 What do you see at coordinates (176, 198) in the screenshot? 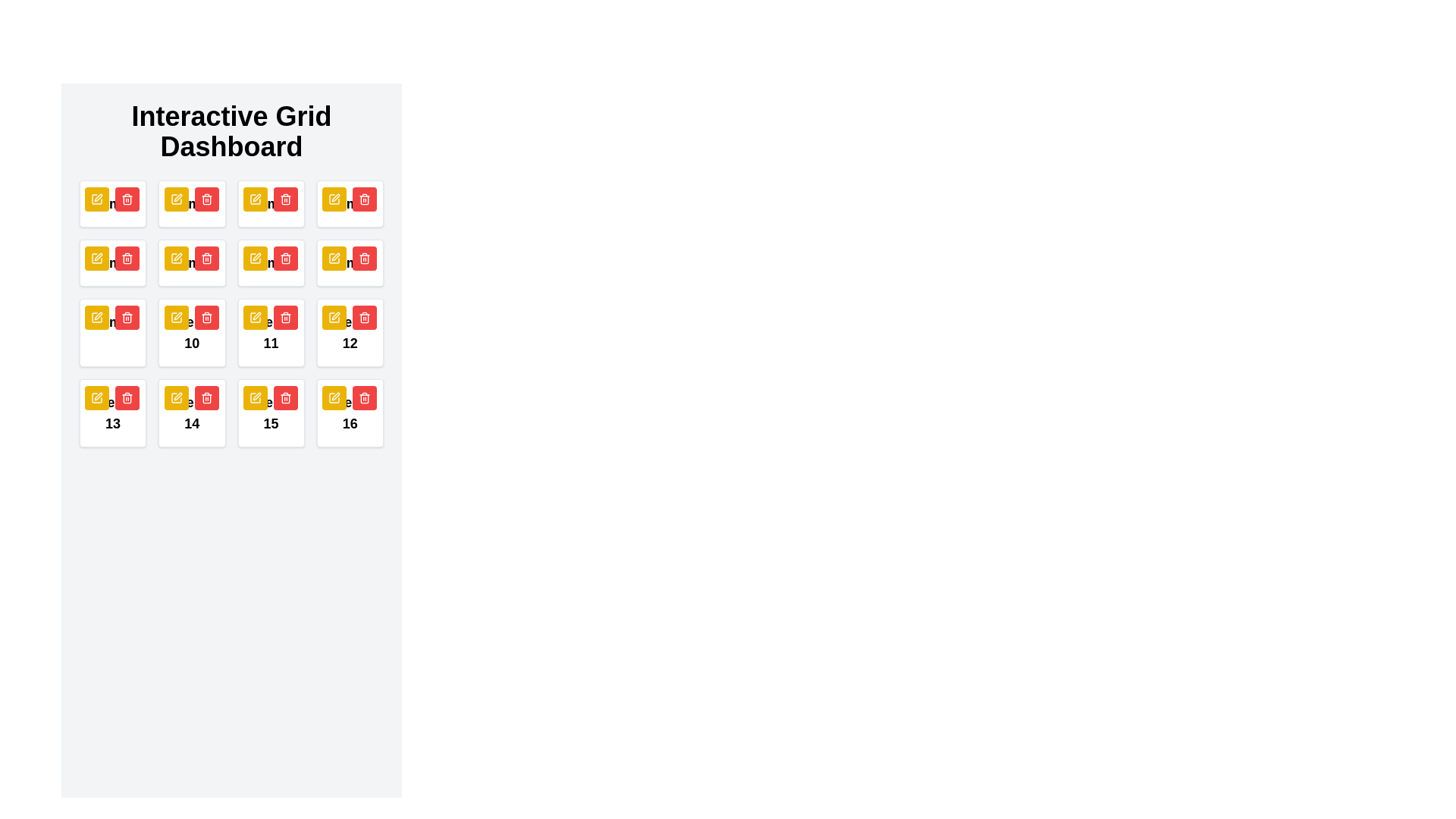
I see `the yellow button with a pencil icon located in the top row of the interactive grid dashboard, specifically the third element from the left` at bounding box center [176, 198].